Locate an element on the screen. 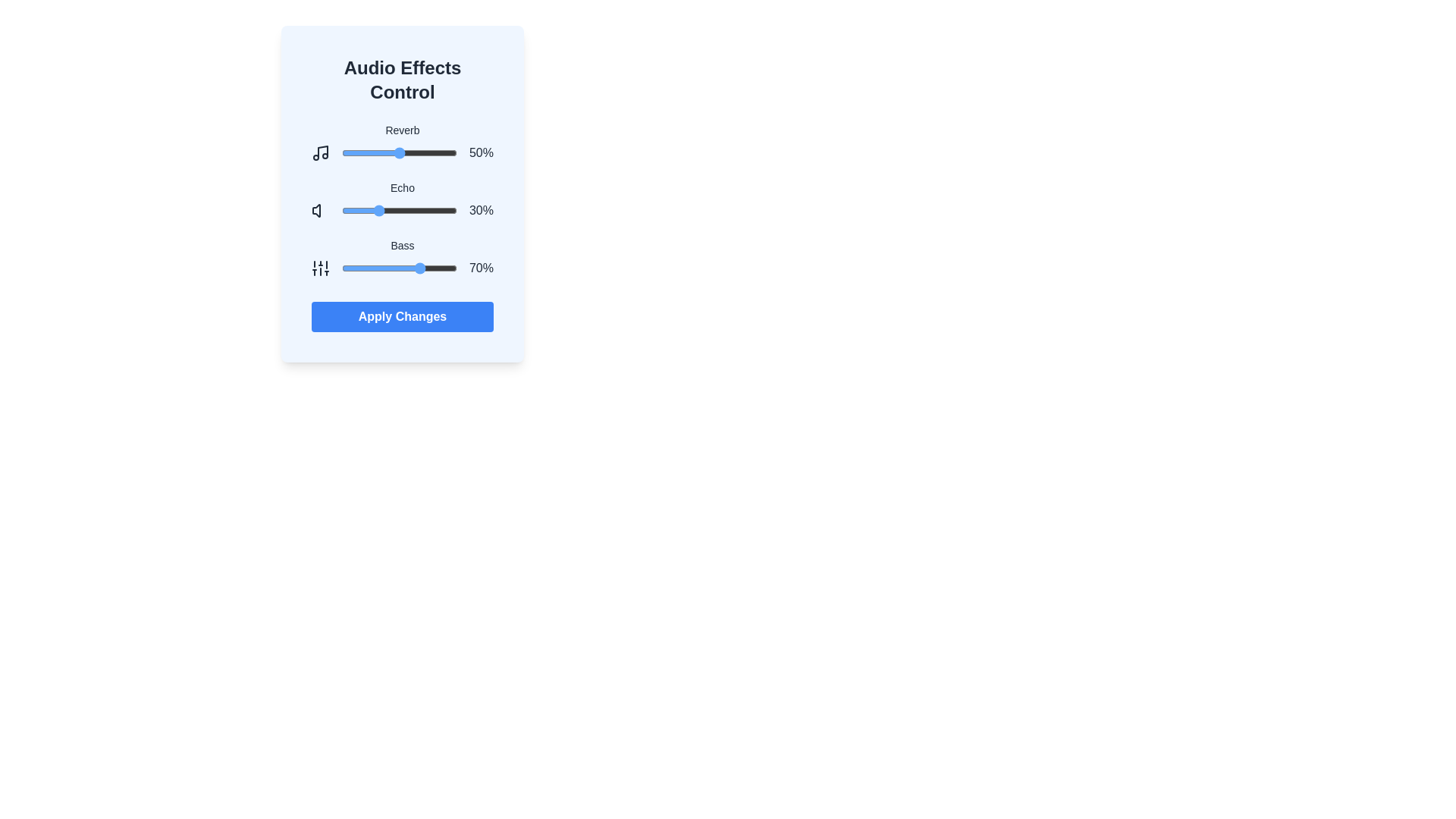 Image resolution: width=1456 pixels, height=819 pixels. the echo effect level is located at coordinates (387, 210).